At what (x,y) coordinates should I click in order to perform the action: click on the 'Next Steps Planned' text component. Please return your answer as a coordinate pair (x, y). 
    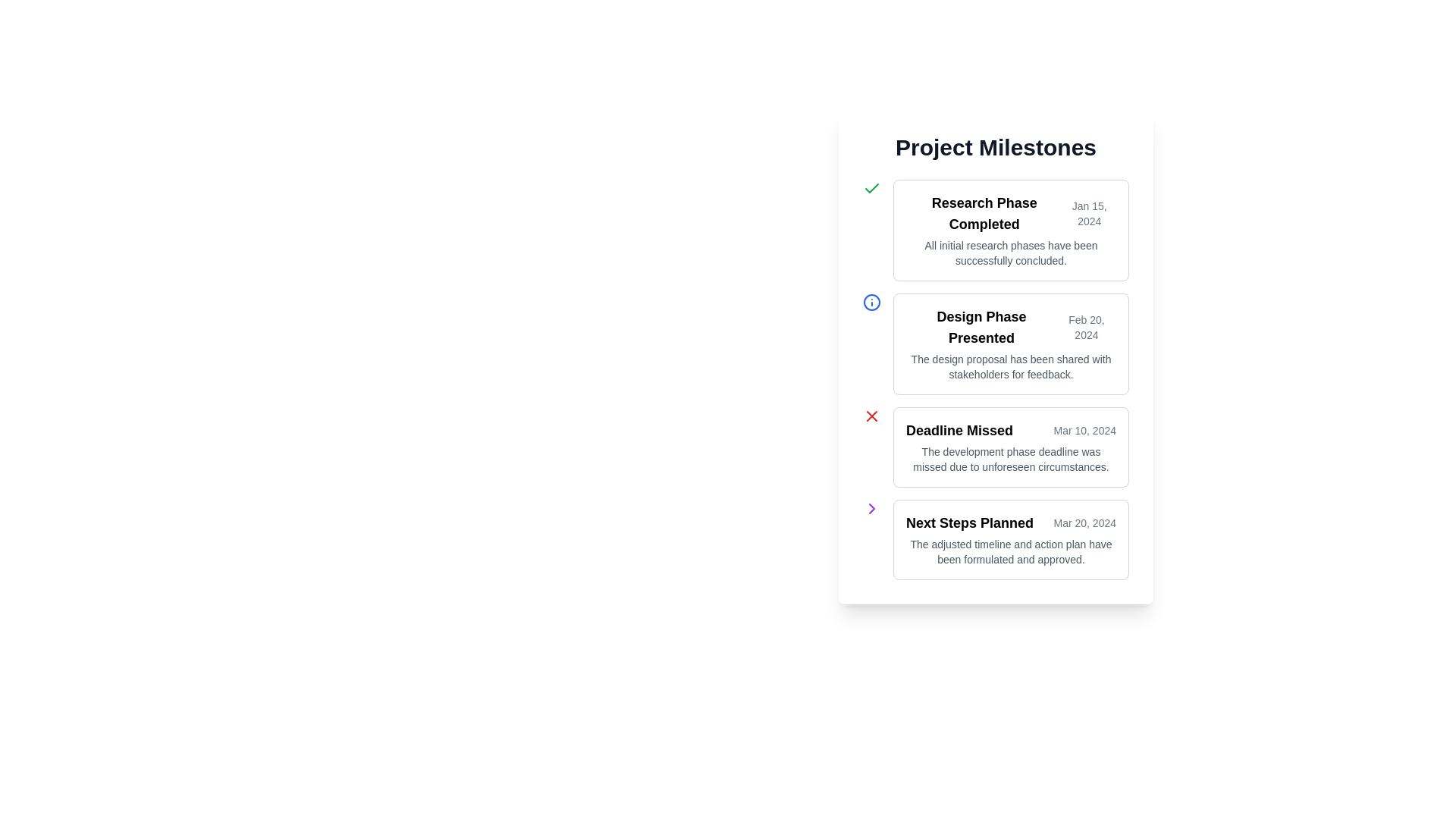
    Looking at the image, I should click on (1011, 522).